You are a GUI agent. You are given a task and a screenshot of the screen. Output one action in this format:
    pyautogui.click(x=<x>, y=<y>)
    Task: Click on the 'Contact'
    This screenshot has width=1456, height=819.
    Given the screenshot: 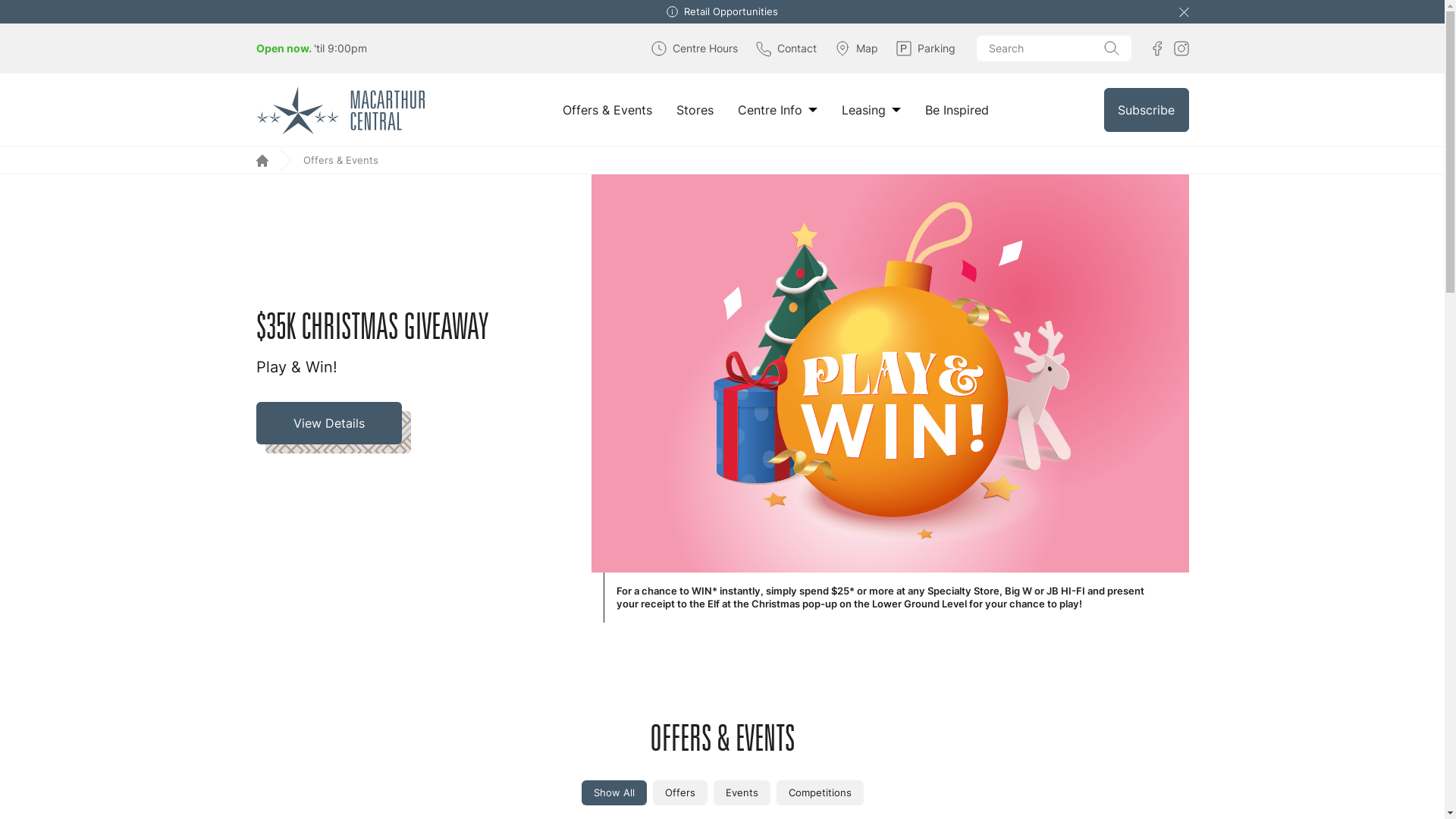 What is the action you would take?
    pyautogui.click(x=786, y=48)
    